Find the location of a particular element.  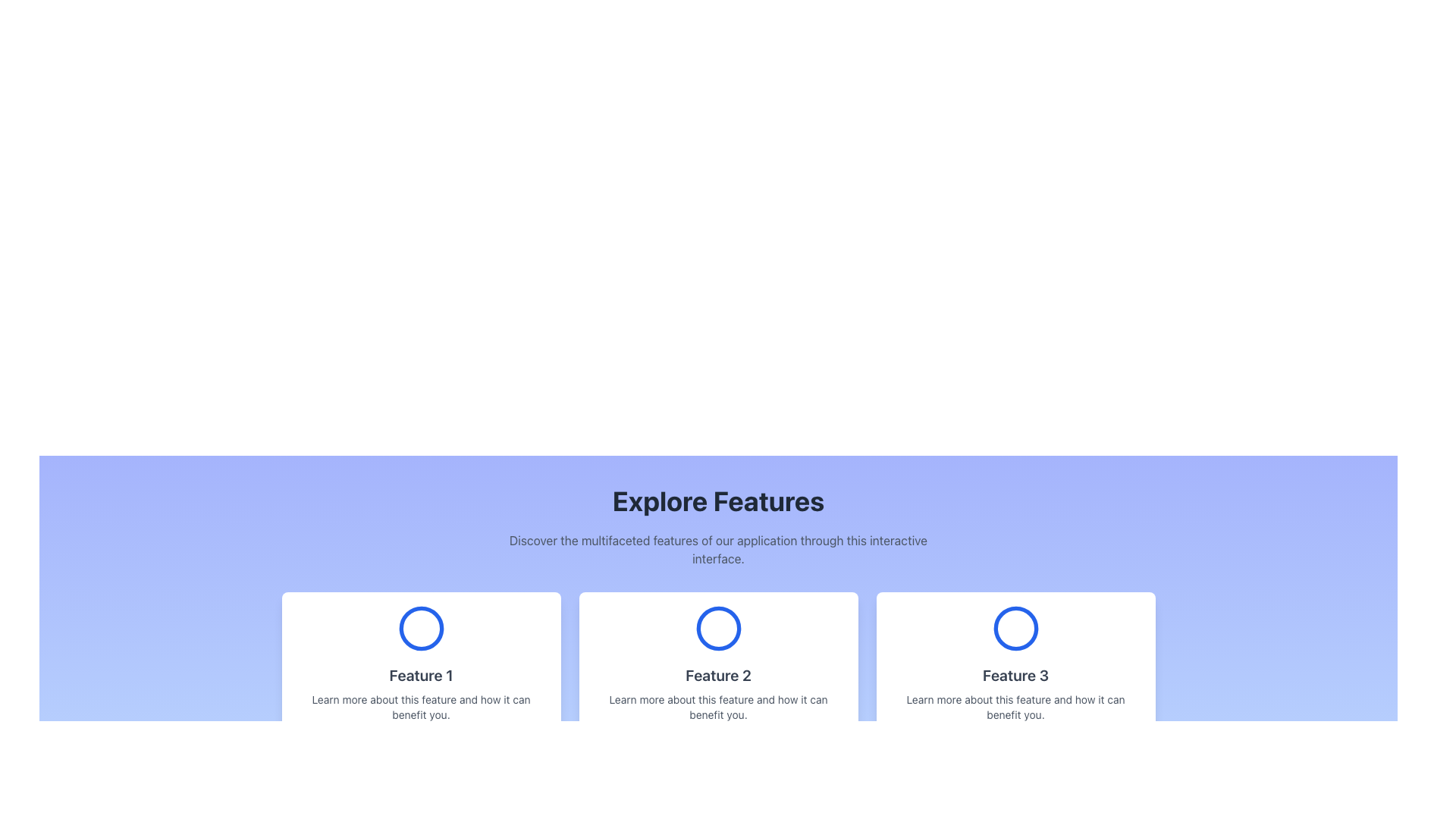

the rightmost Circle graphic element representing 'Feature 3' in the interface is located at coordinates (1015, 629).